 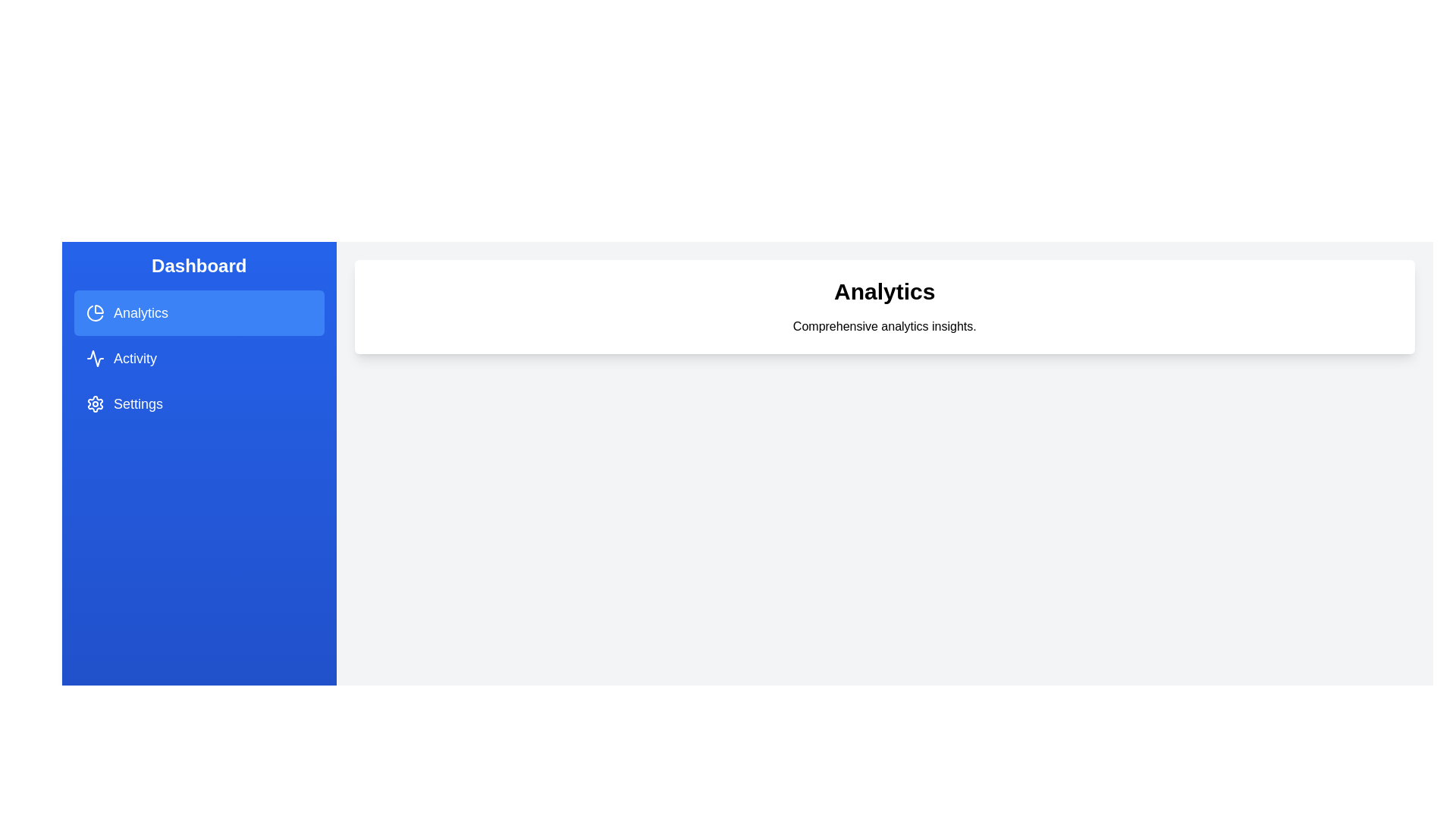 I want to click on the 'Settings' button in the vertical navigation menu, so click(x=198, y=403).